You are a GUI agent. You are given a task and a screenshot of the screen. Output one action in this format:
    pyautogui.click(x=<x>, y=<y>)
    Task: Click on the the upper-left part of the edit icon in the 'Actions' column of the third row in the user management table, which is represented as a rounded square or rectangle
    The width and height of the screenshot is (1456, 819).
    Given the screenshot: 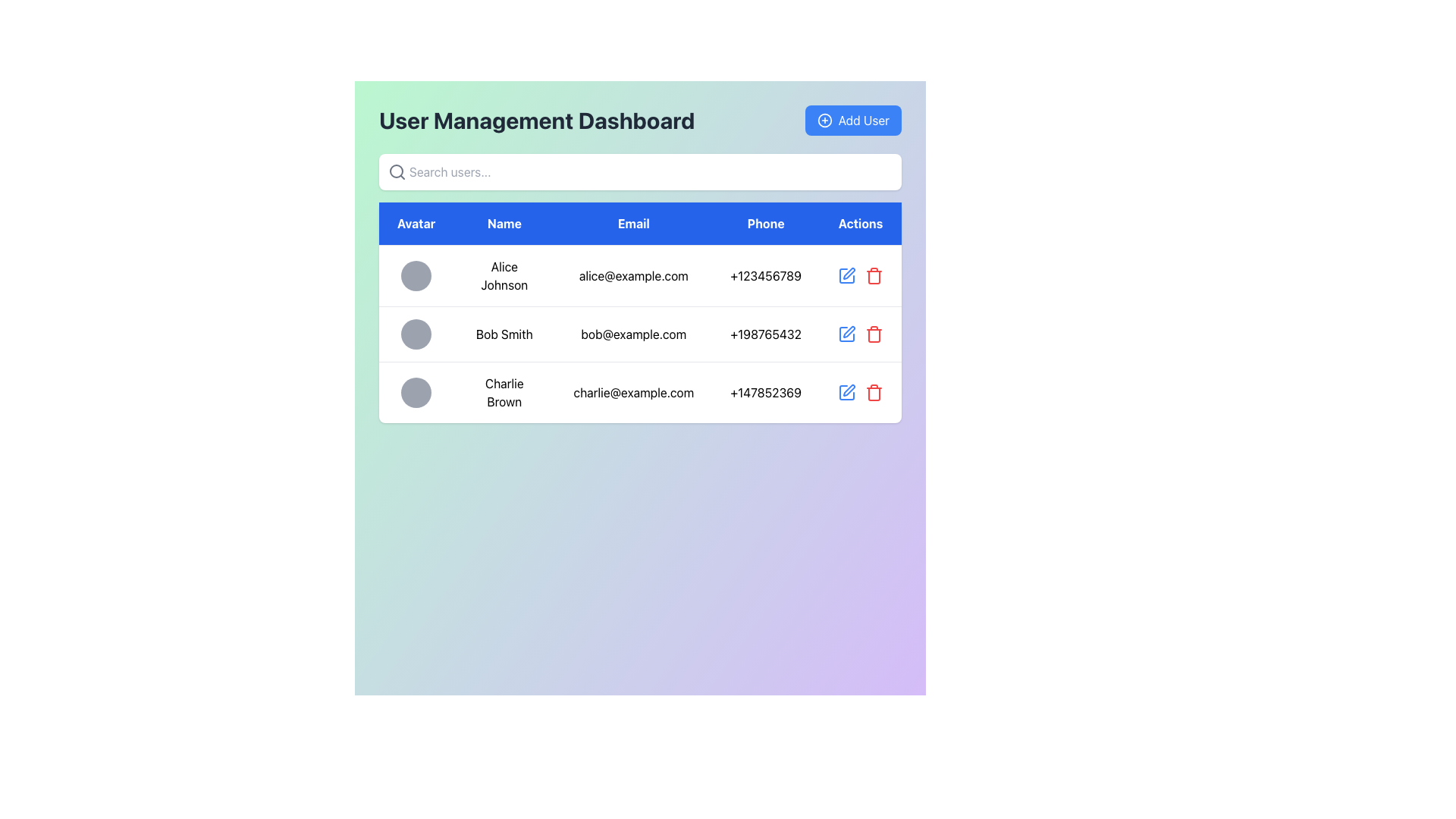 What is the action you would take?
    pyautogui.click(x=846, y=391)
    